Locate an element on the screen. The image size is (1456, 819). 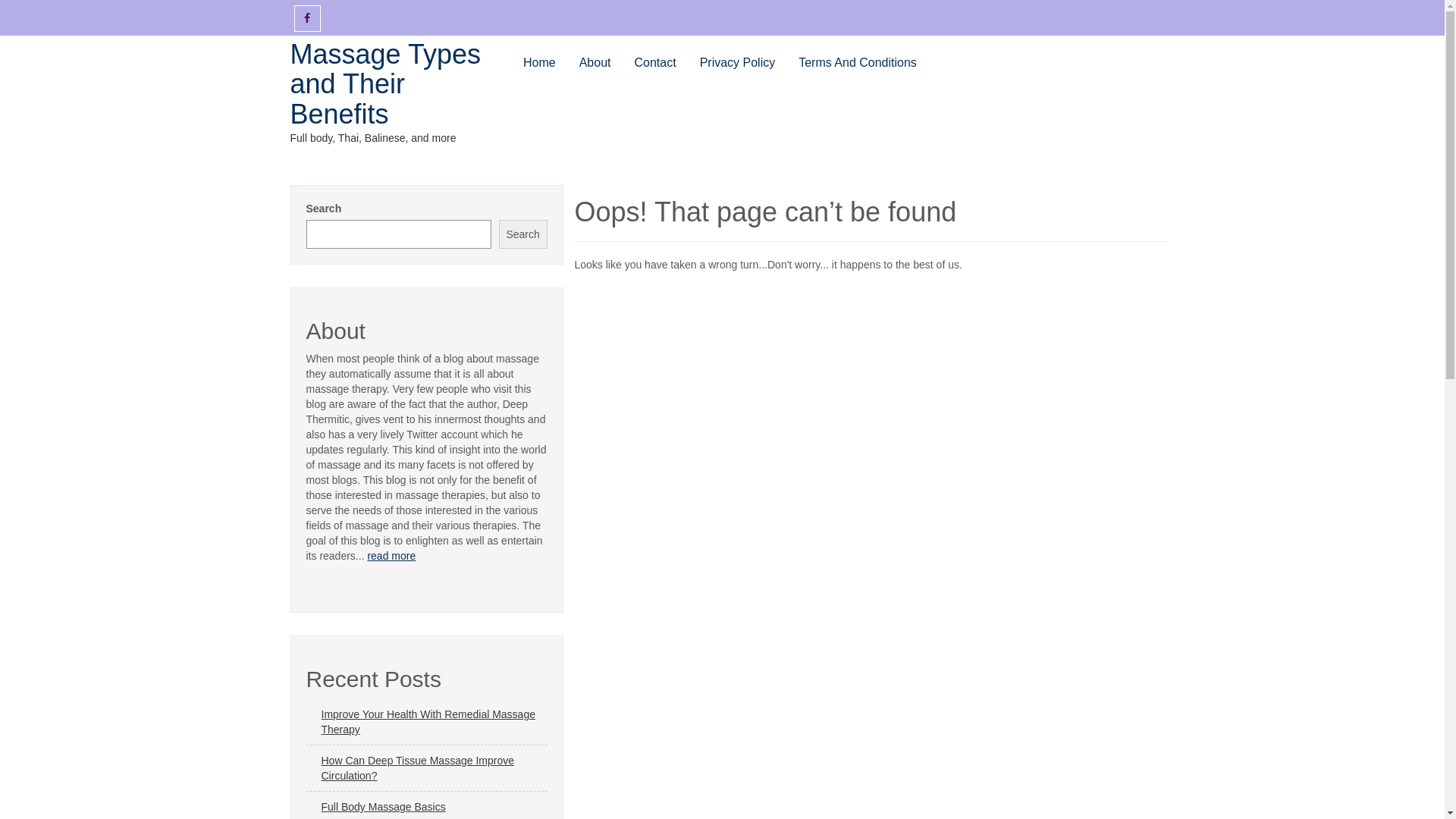
'Home' is located at coordinates (539, 62).